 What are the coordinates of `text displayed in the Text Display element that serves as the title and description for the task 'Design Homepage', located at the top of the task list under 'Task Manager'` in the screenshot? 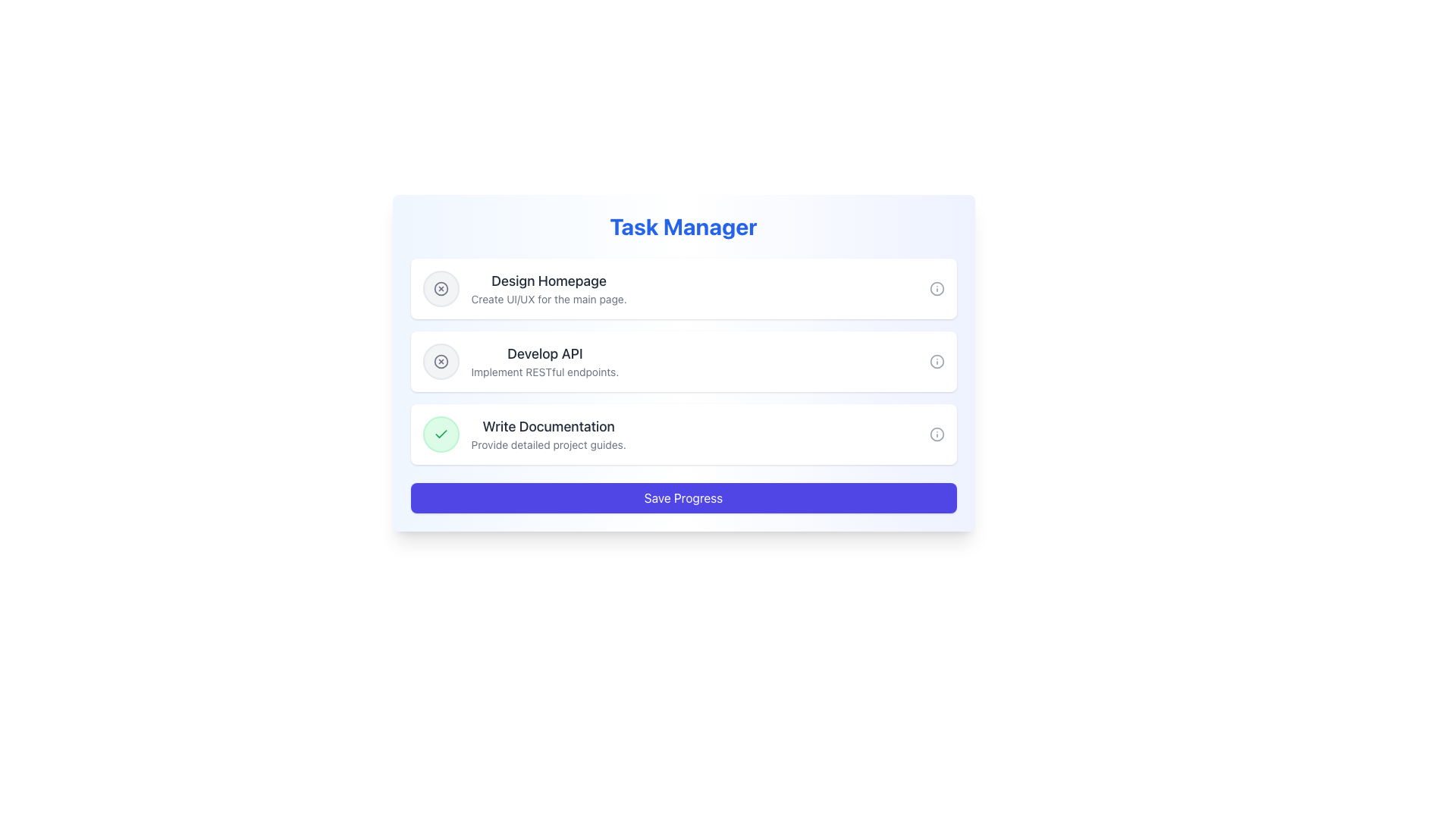 It's located at (548, 289).